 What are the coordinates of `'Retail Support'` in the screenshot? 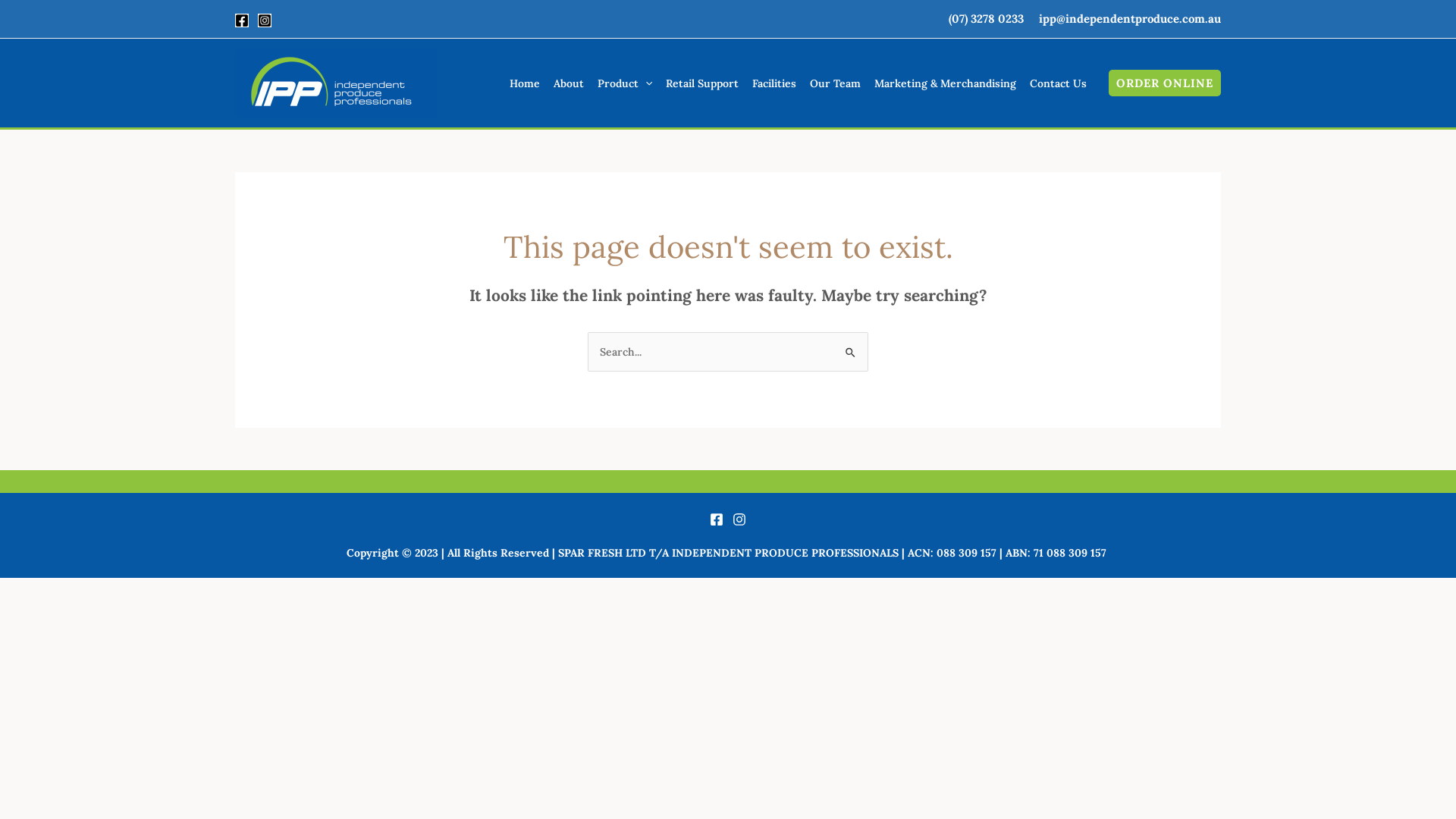 It's located at (701, 83).